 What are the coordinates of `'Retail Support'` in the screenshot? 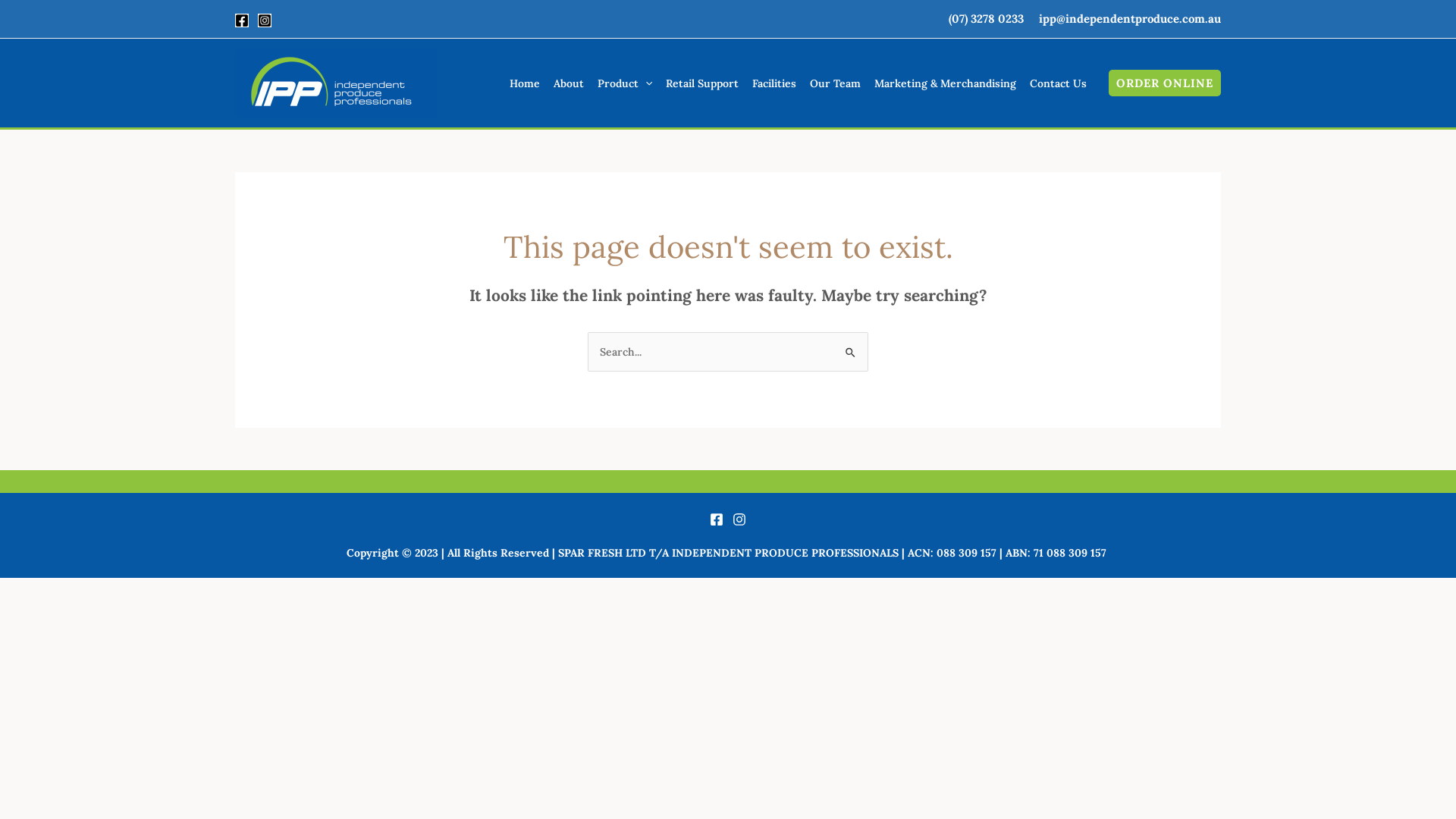 It's located at (701, 83).